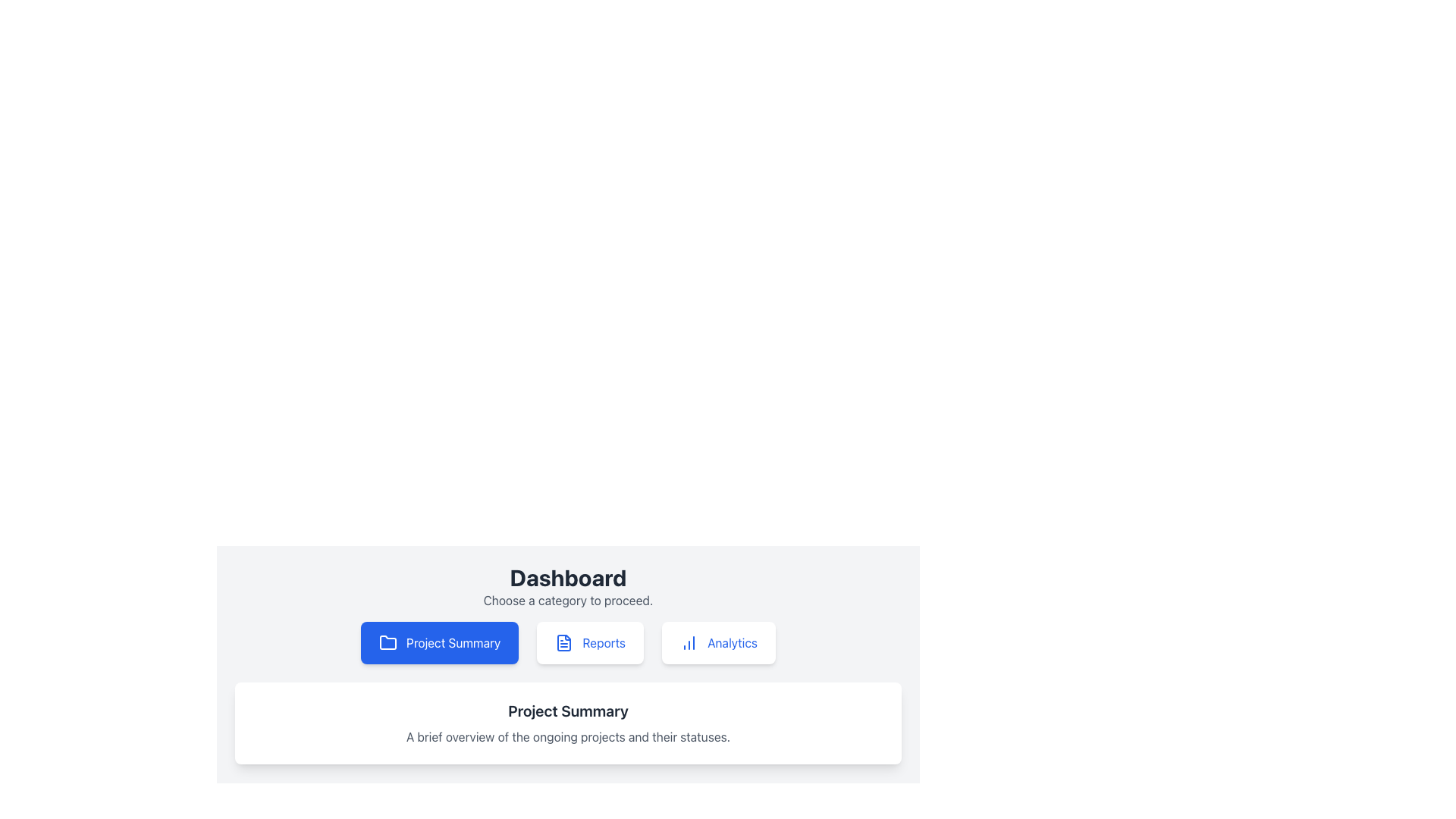  What do you see at coordinates (453, 643) in the screenshot?
I see `the static text component labeled 'Project Summary', which is displayed in white on a blue background to the right of a folder icon in the top-left part of the horizontal menu bar` at bounding box center [453, 643].